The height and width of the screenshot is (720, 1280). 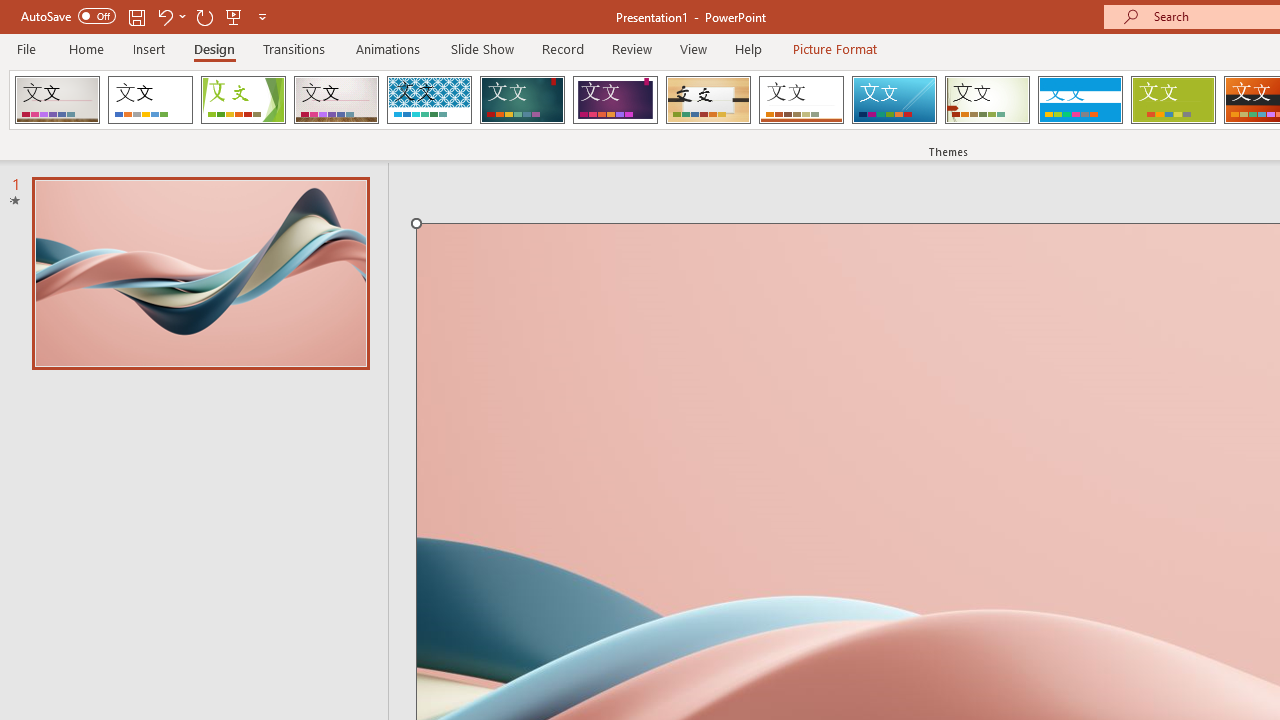 I want to click on 'AfterglowVTI', so click(x=57, y=100).